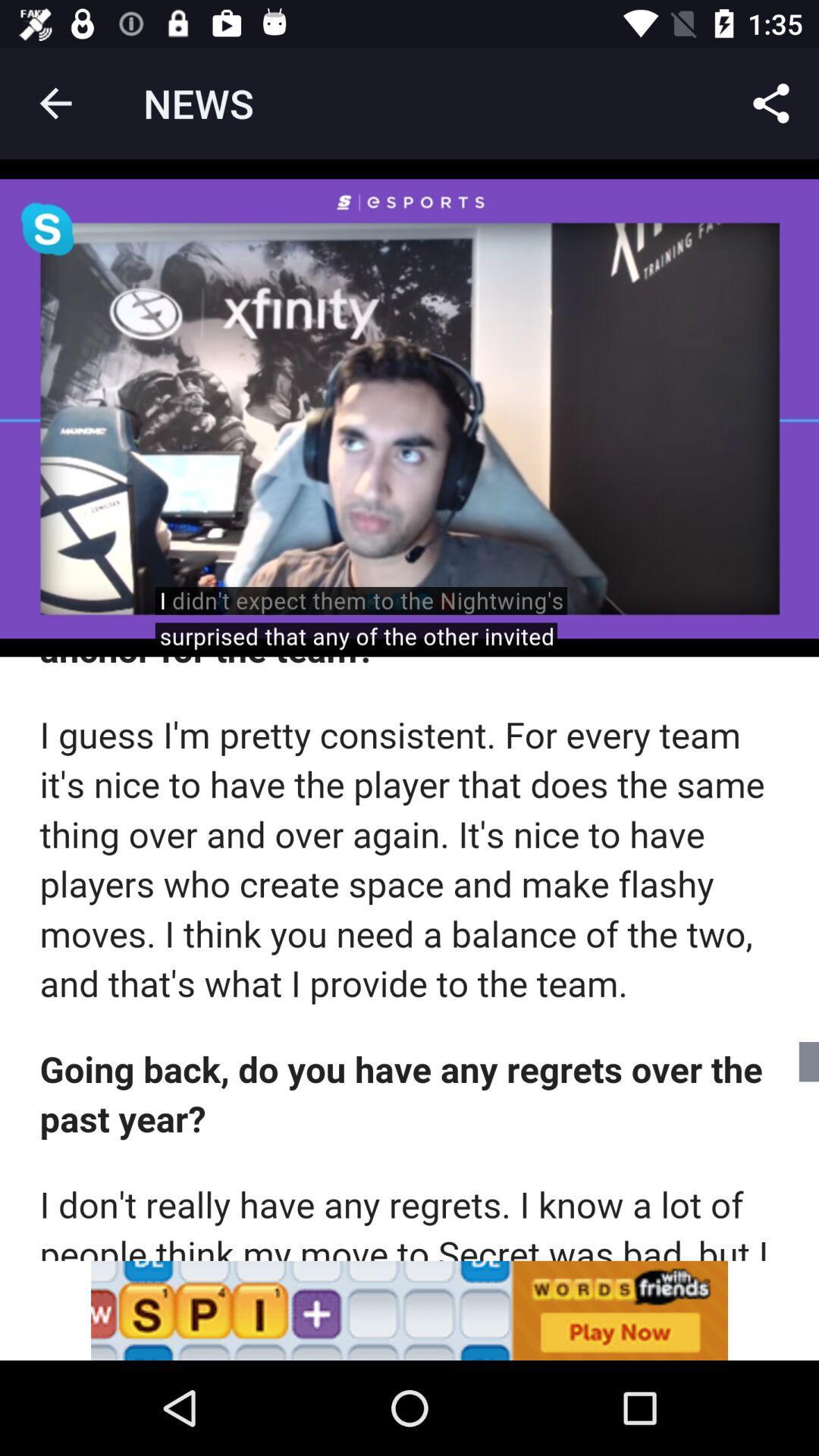 This screenshot has width=819, height=1456. Describe the element at coordinates (409, 1310) in the screenshot. I see `news share go to previous` at that location.